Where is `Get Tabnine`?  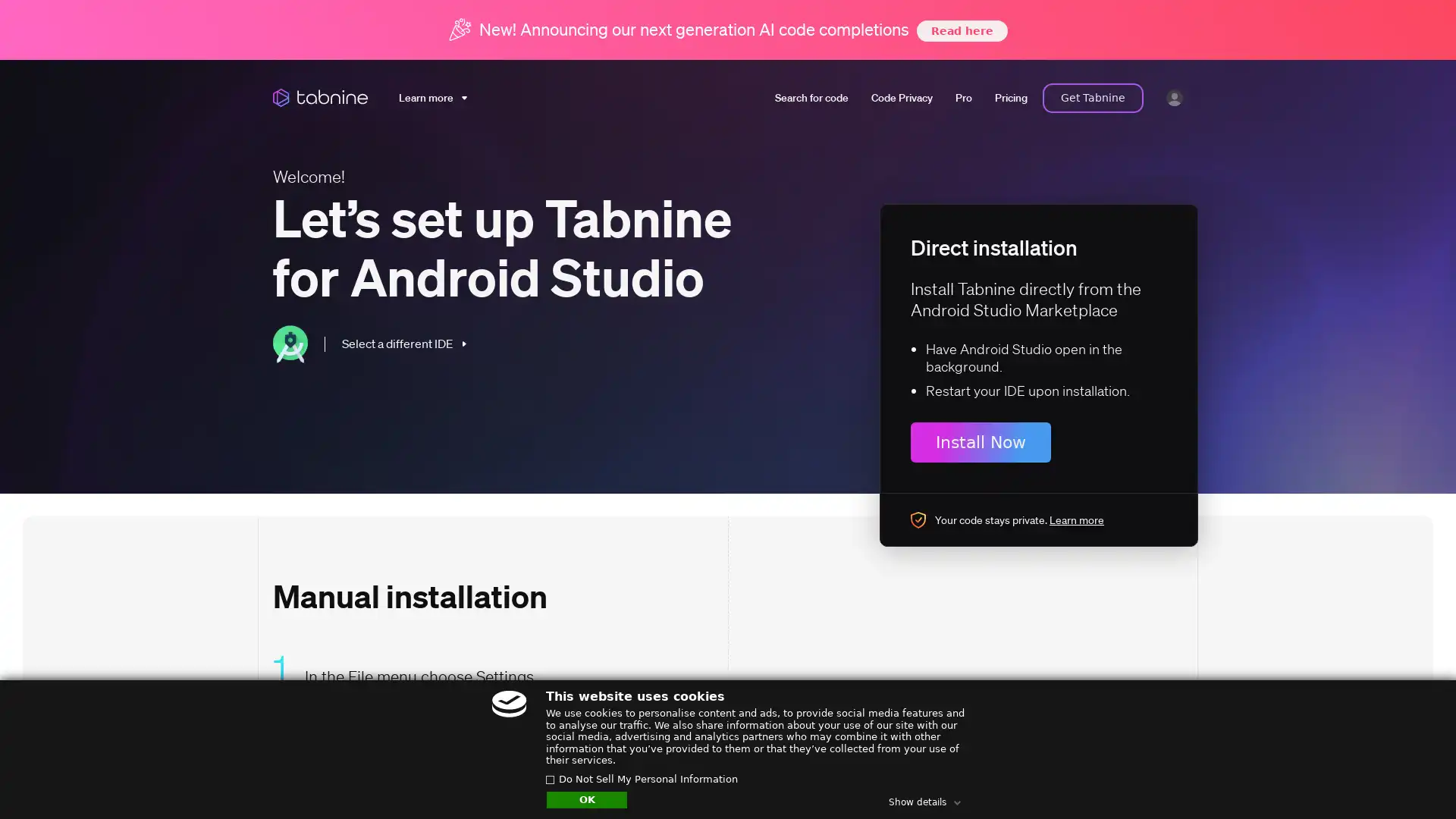
Get Tabnine is located at coordinates (1093, 97).